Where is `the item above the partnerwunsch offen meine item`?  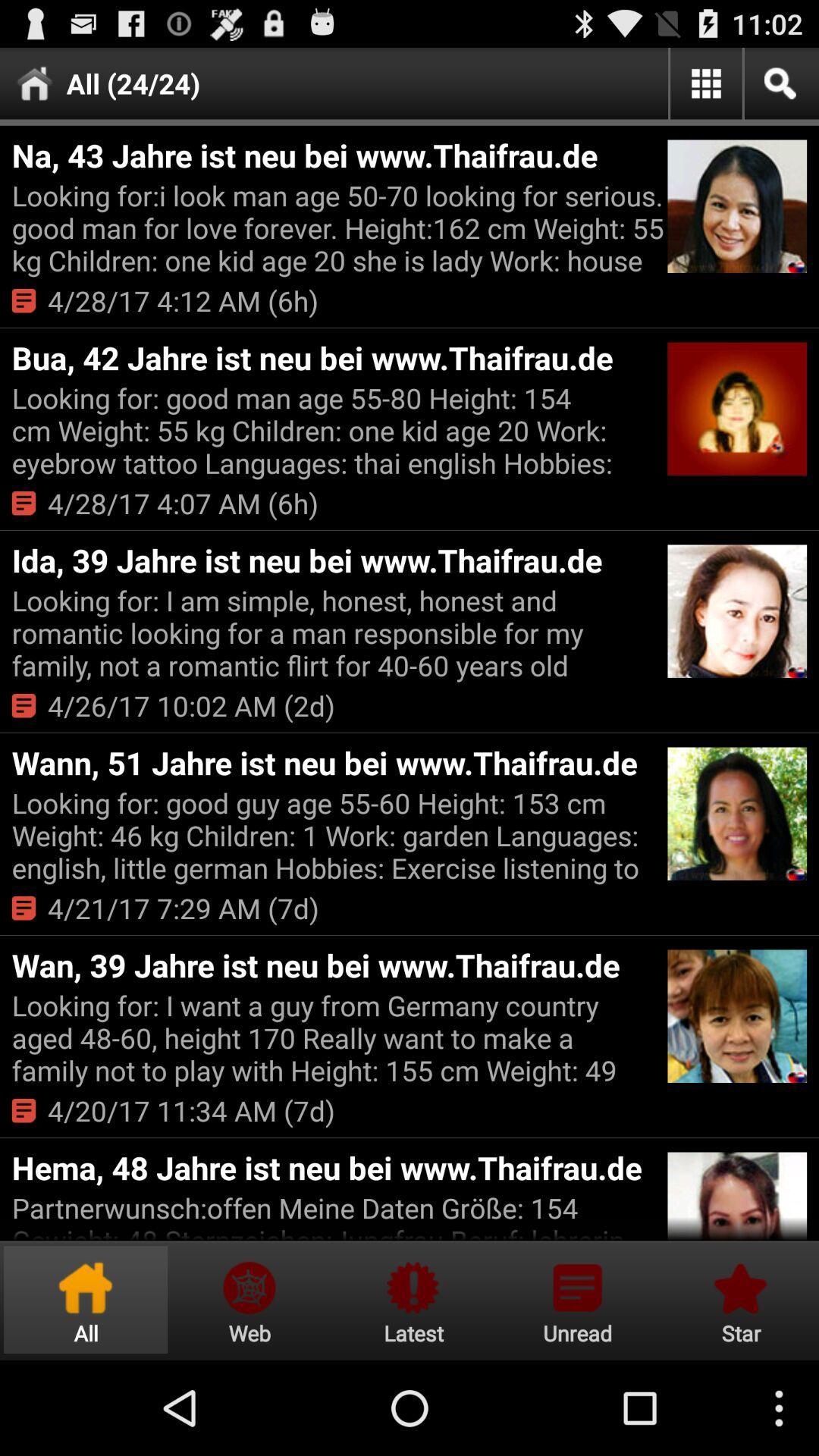 the item above the partnerwunsch offen meine item is located at coordinates (337, 1166).